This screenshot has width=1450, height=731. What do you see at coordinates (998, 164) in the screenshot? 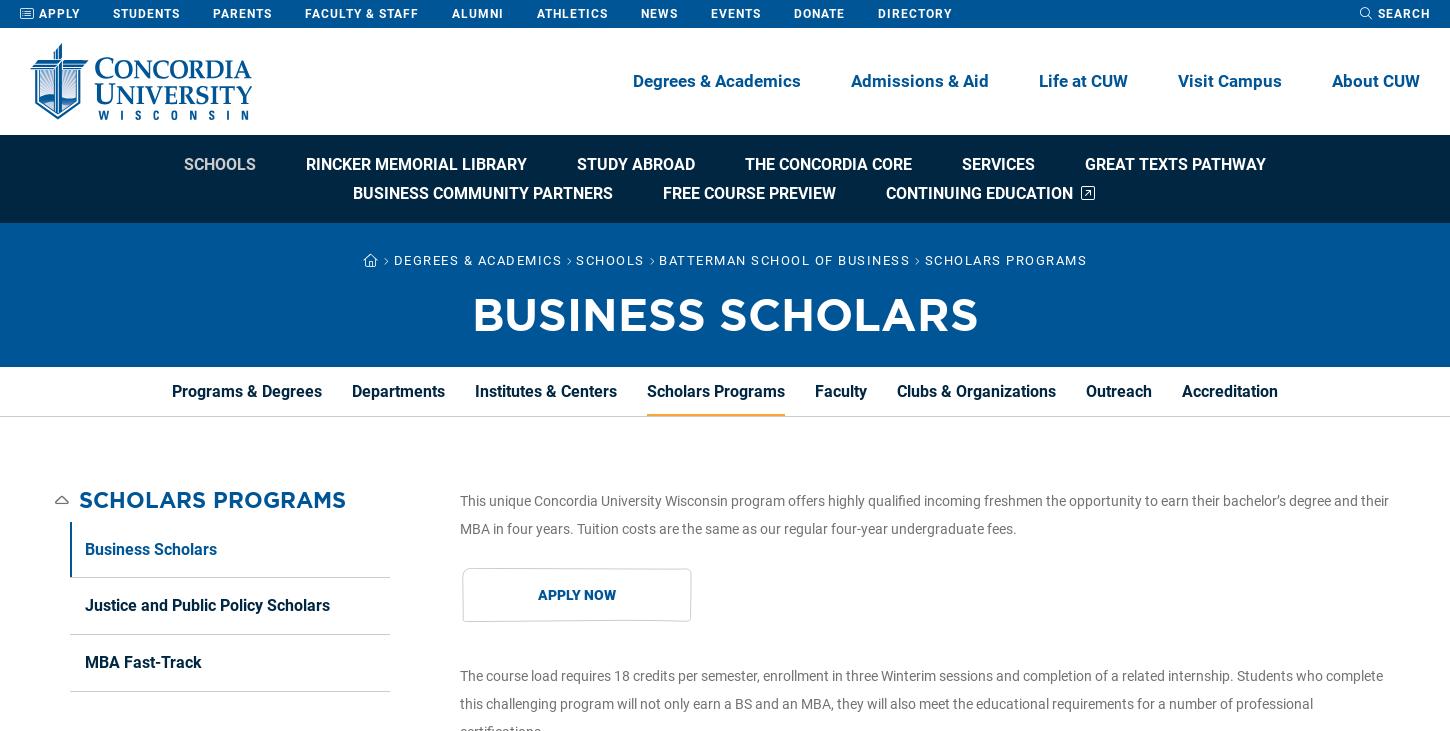
I see `'Services'` at bounding box center [998, 164].